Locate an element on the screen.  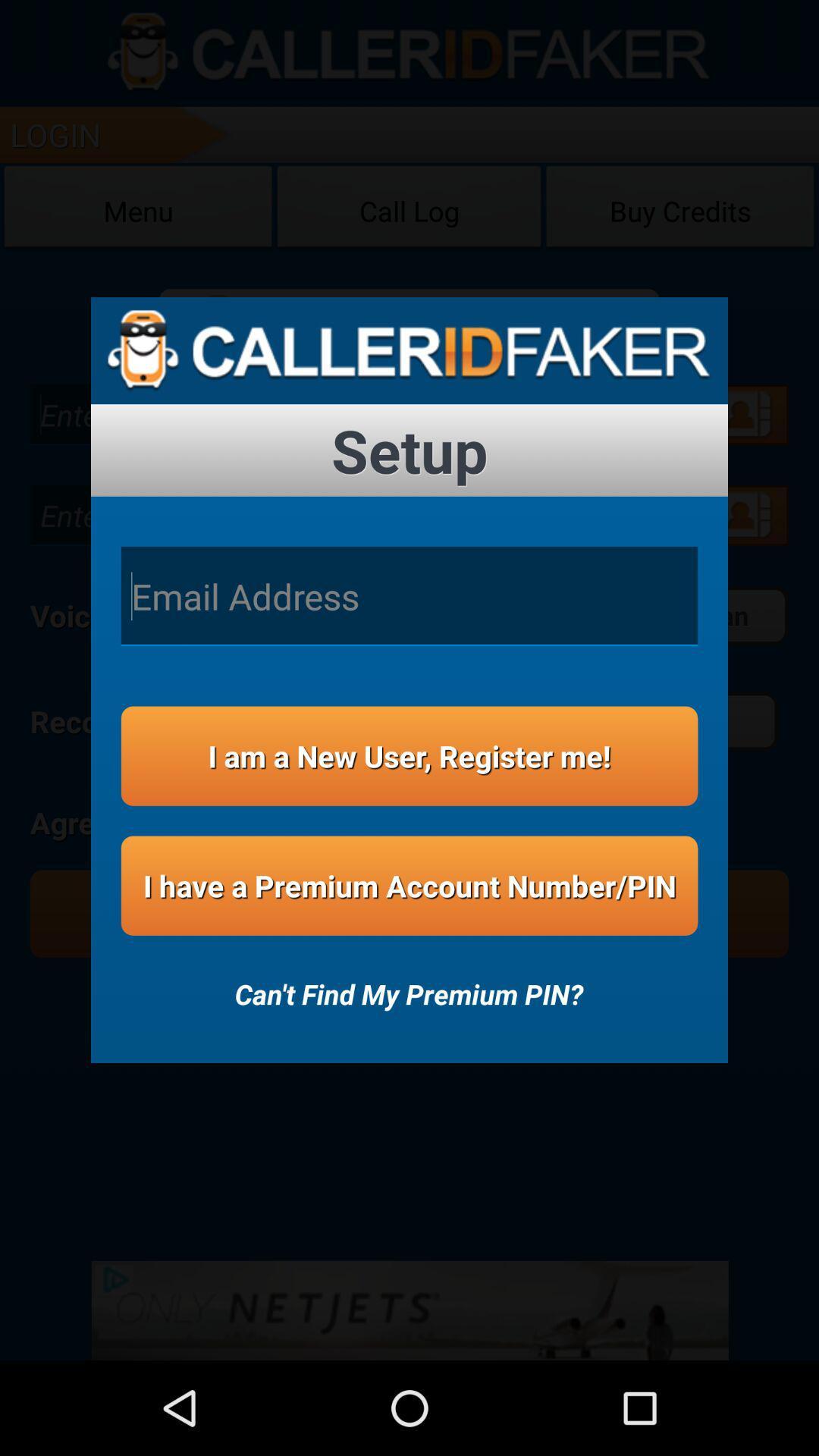
can t find is located at coordinates (408, 984).